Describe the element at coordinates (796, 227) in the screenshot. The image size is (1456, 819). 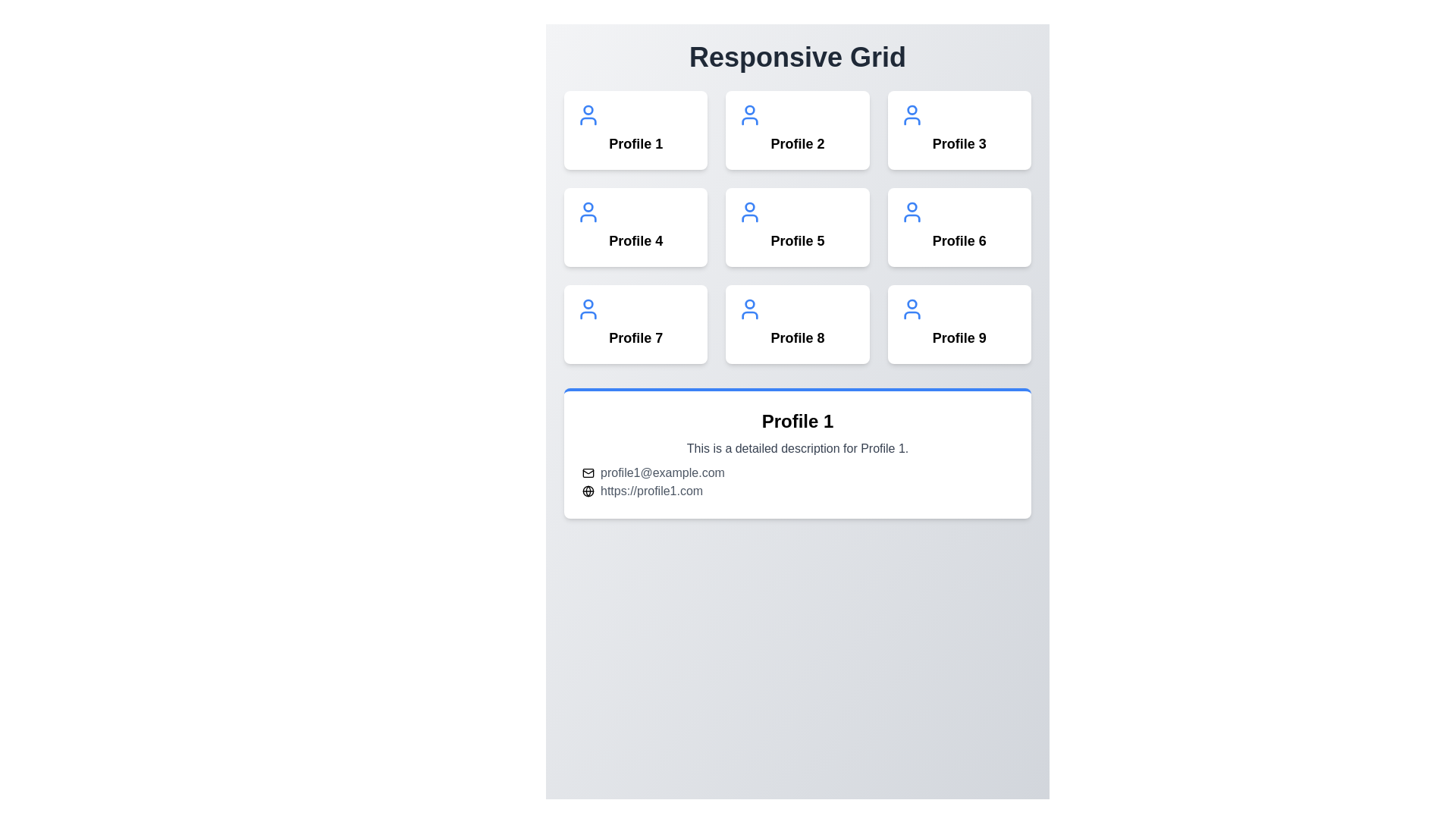
I see `the profile card labeled 'Profile 5' in the grid layout located below the heading 'Responsive Grid'` at that location.